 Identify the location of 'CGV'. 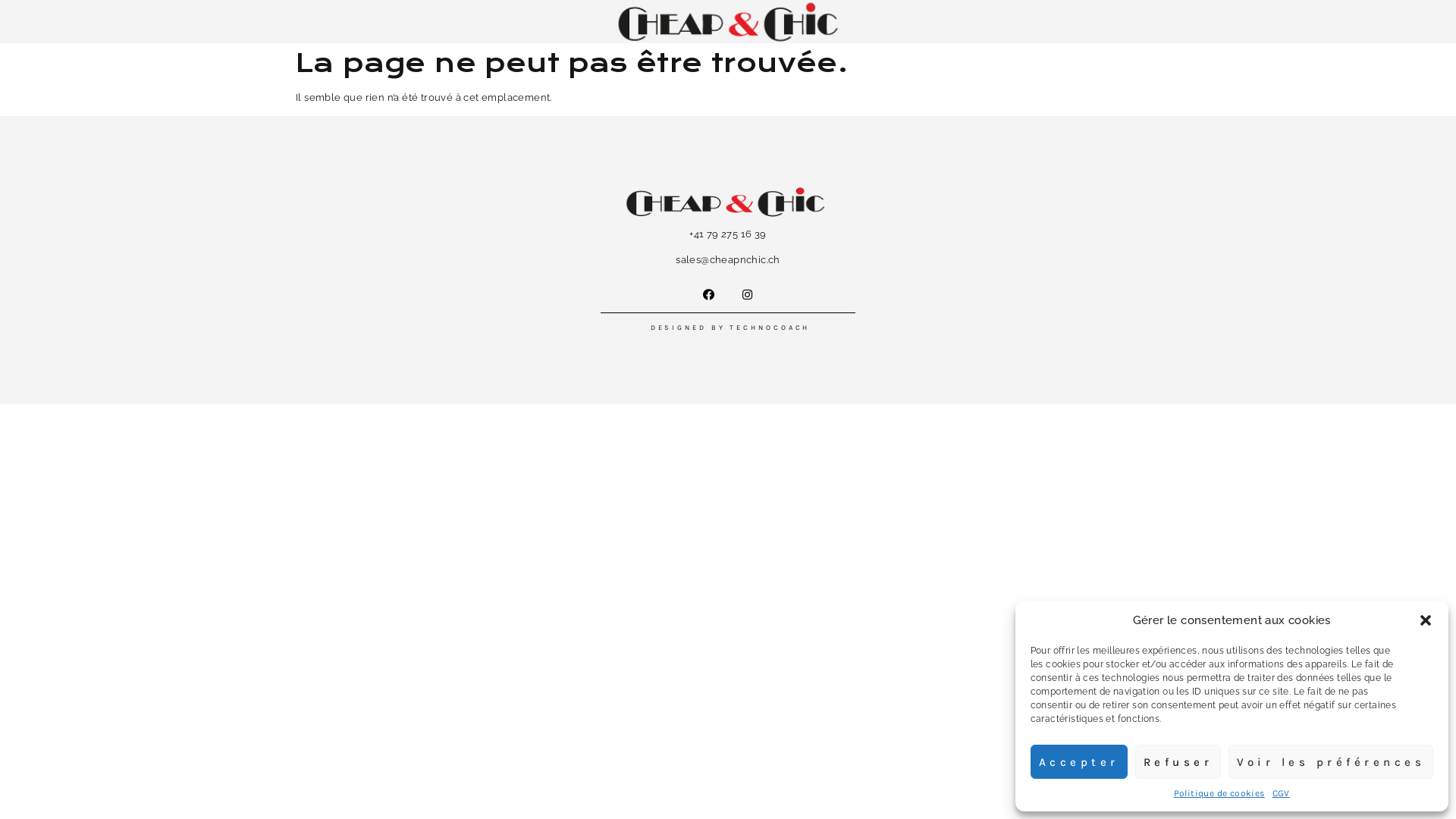
(1272, 792).